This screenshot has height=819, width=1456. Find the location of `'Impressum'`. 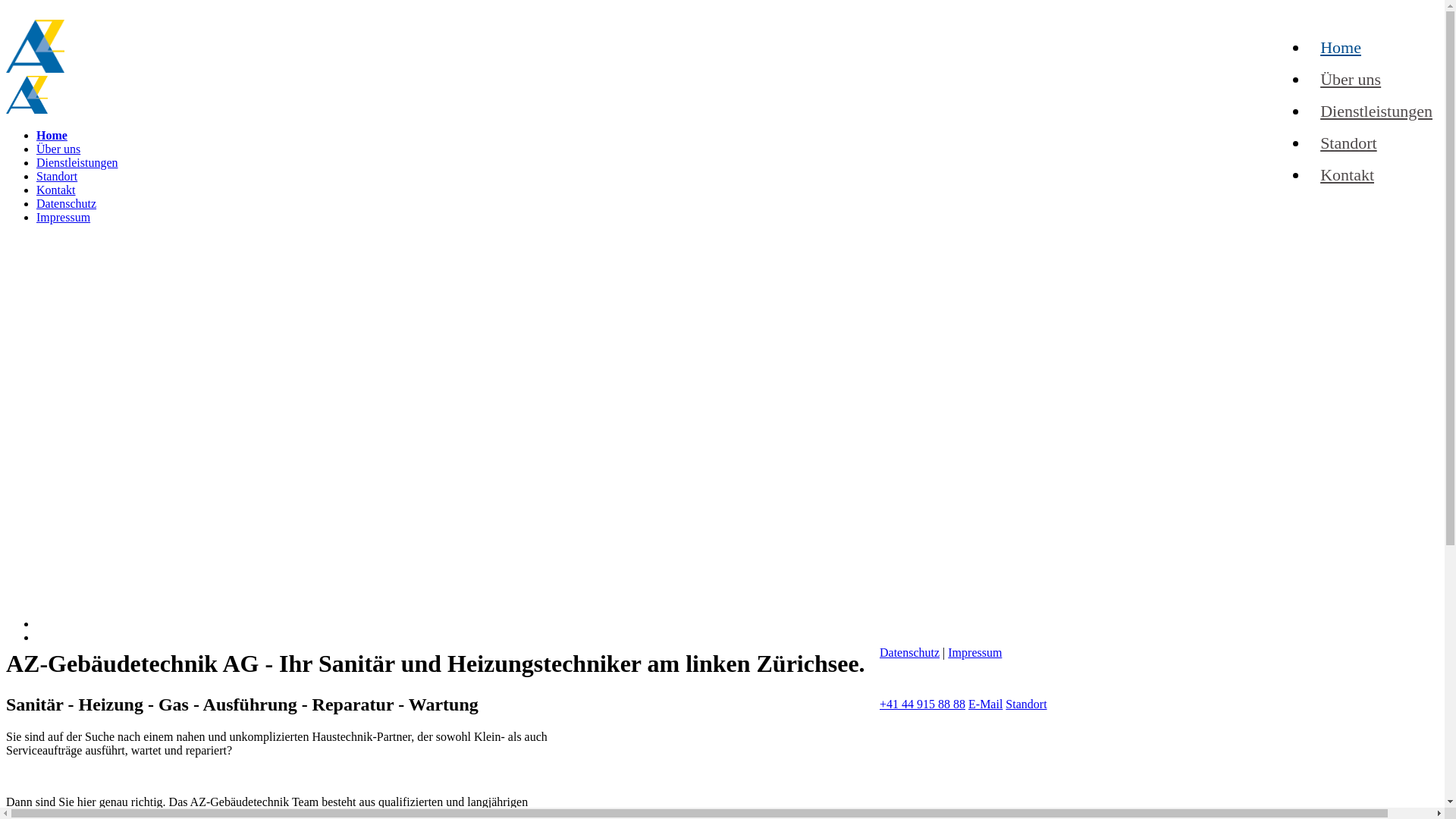

'Impressum' is located at coordinates (974, 651).